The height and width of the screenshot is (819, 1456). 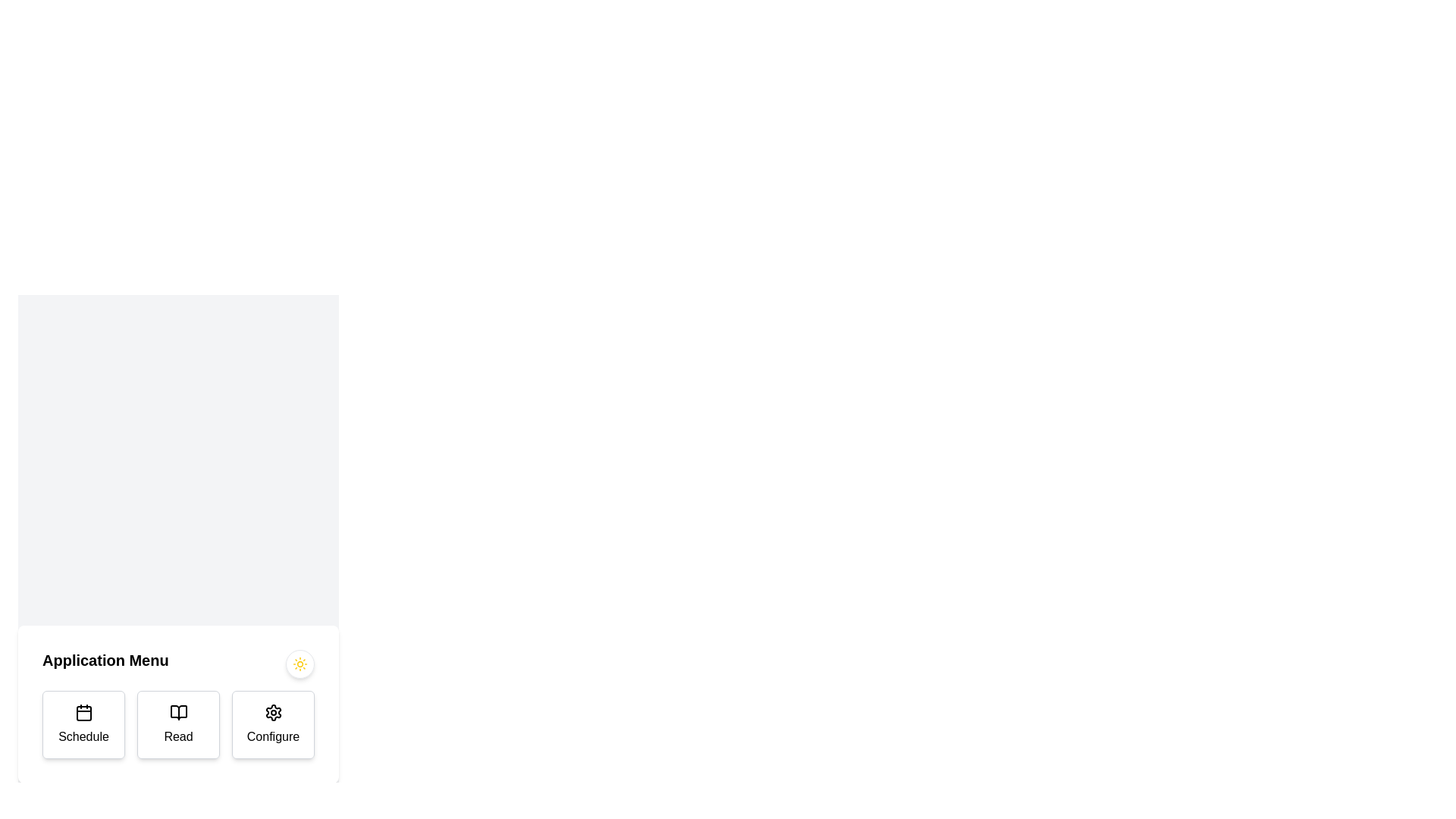 I want to click on the 'Read' icon located centrally within the rectangular card labeled 'Read', so click(x=178, y=713).